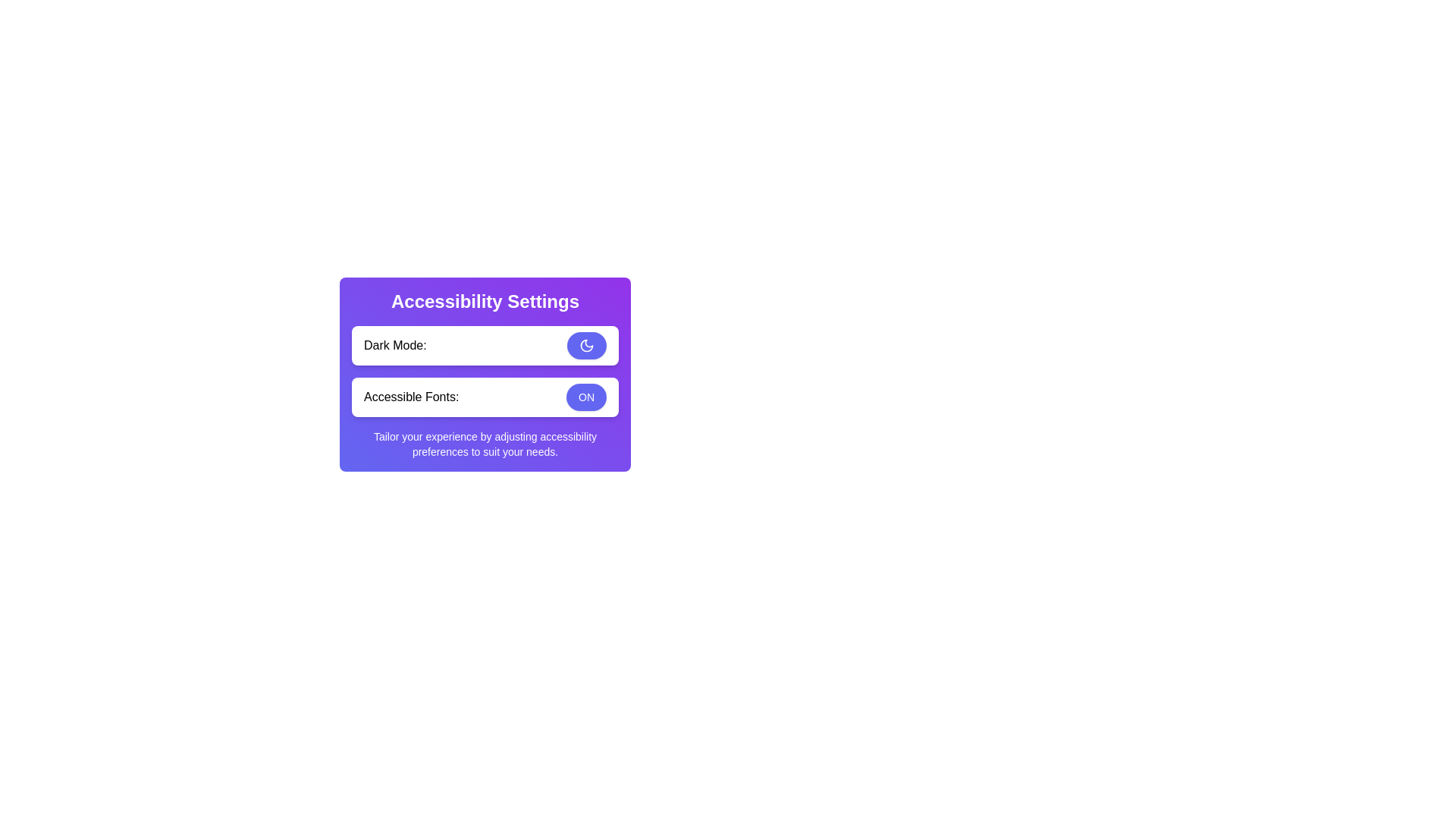 The height and width of the screenshot is (819, 1456). Describe the element at coordinates (585, 345) in the screenshot. I see `the Dark Mode icon located to the right of the 'Dark Mode:' label in the control interface` at that location.